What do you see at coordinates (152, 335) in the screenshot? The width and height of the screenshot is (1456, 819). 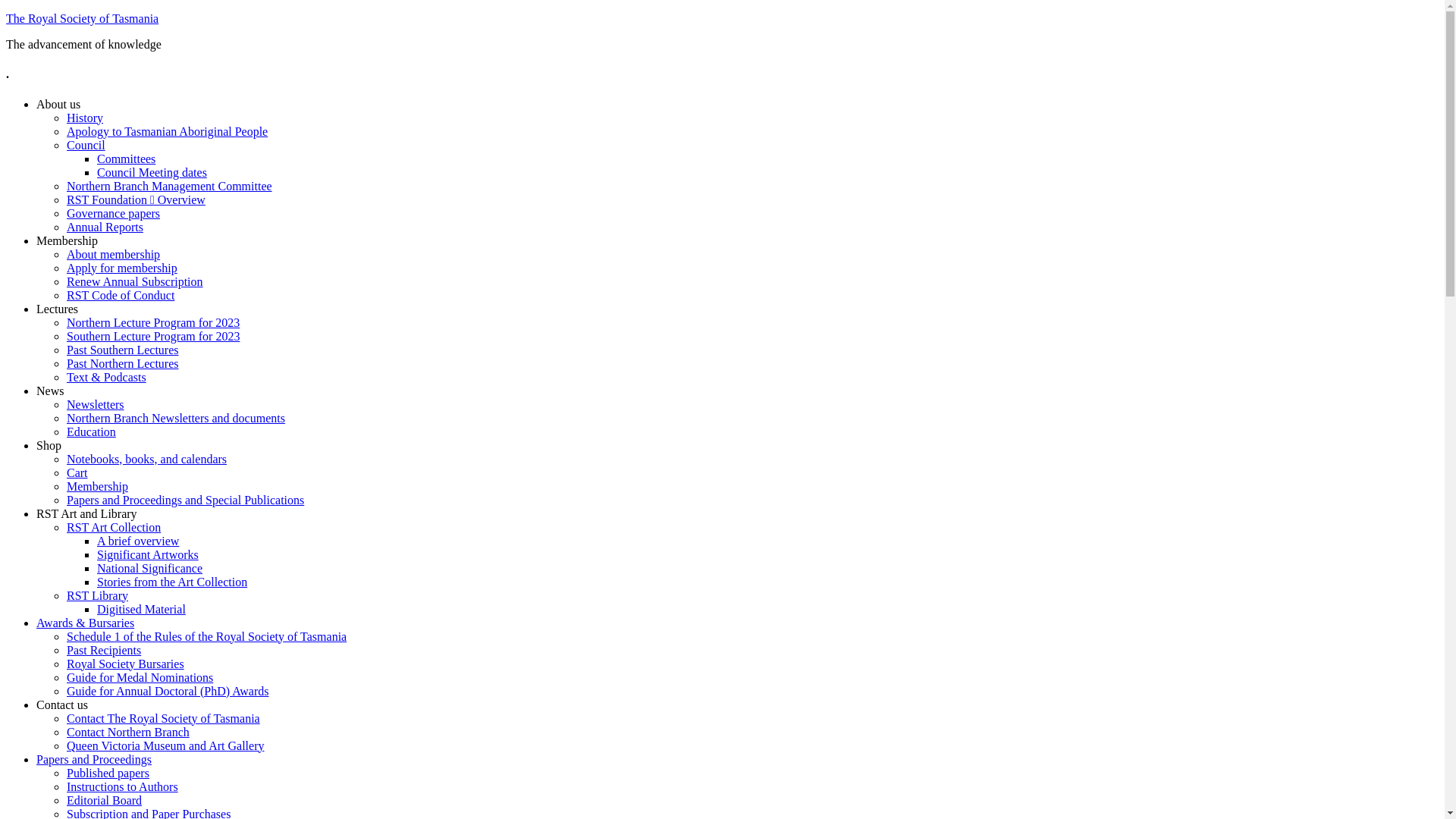 I see `'Southern Lecture Program for 2023'` at bounding box center [152, 335].